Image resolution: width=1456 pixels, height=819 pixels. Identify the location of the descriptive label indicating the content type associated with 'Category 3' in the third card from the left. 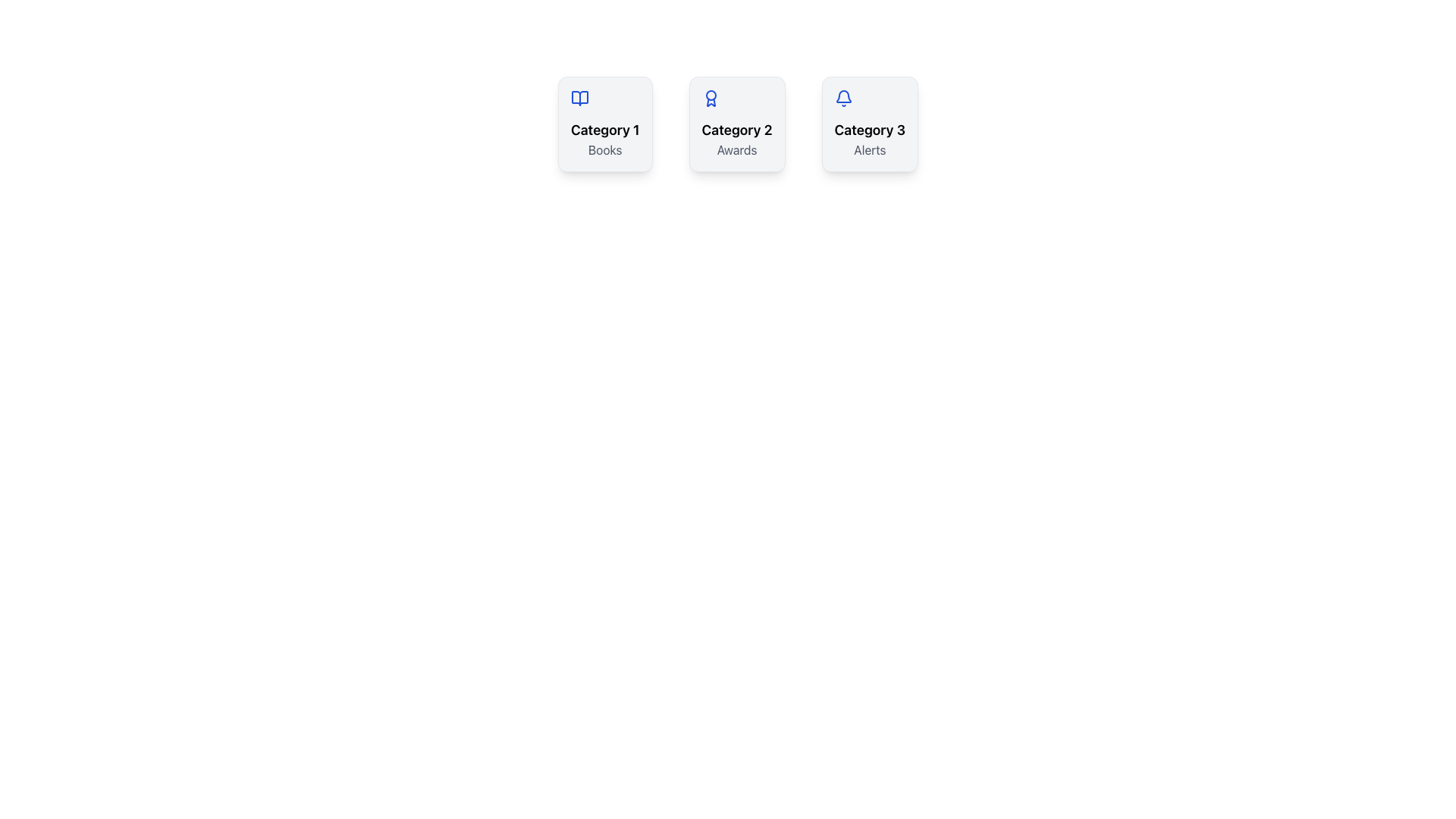
(870, 149).